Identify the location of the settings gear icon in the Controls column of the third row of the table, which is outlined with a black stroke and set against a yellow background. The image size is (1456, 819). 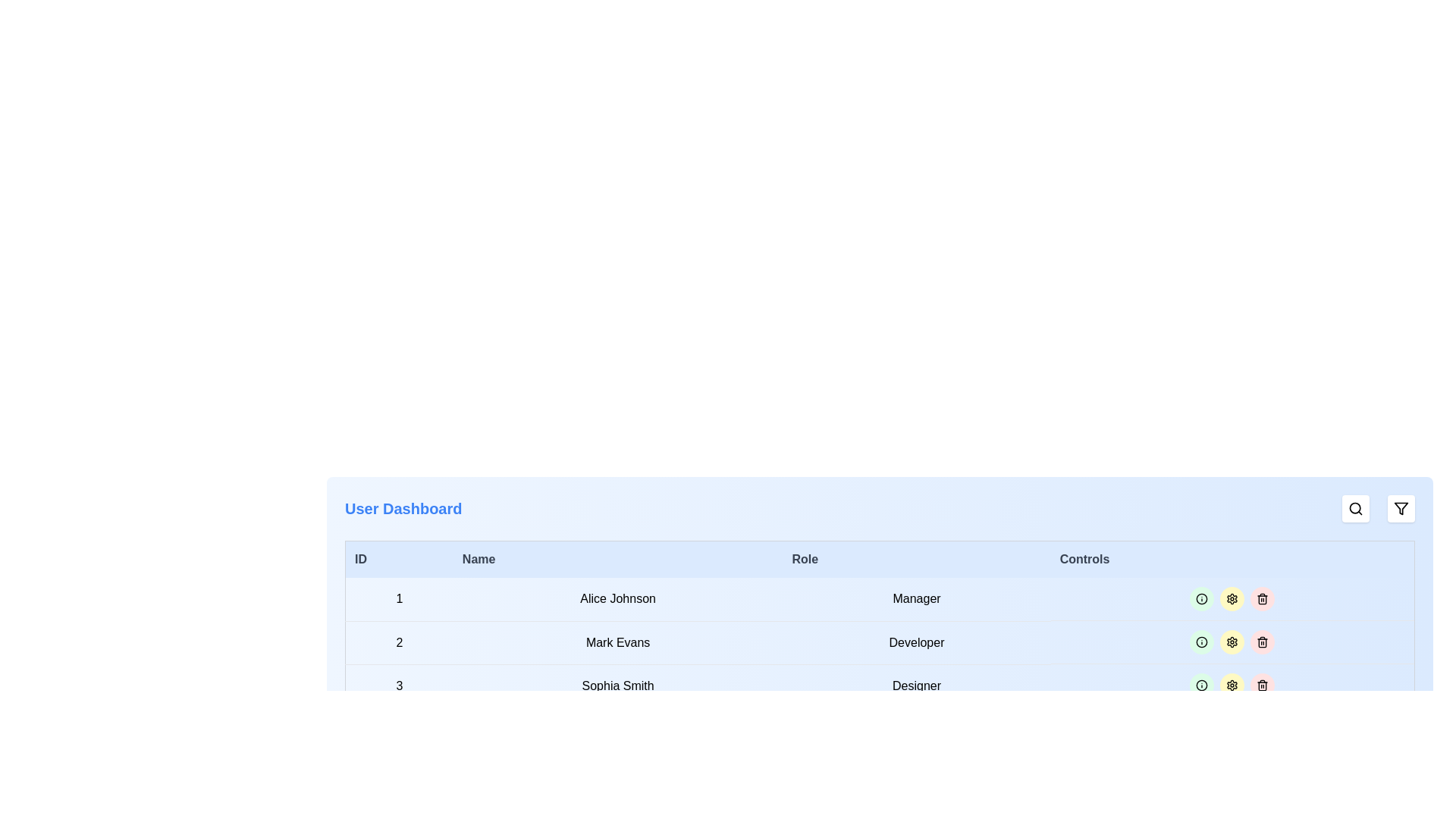
(1232, 598).